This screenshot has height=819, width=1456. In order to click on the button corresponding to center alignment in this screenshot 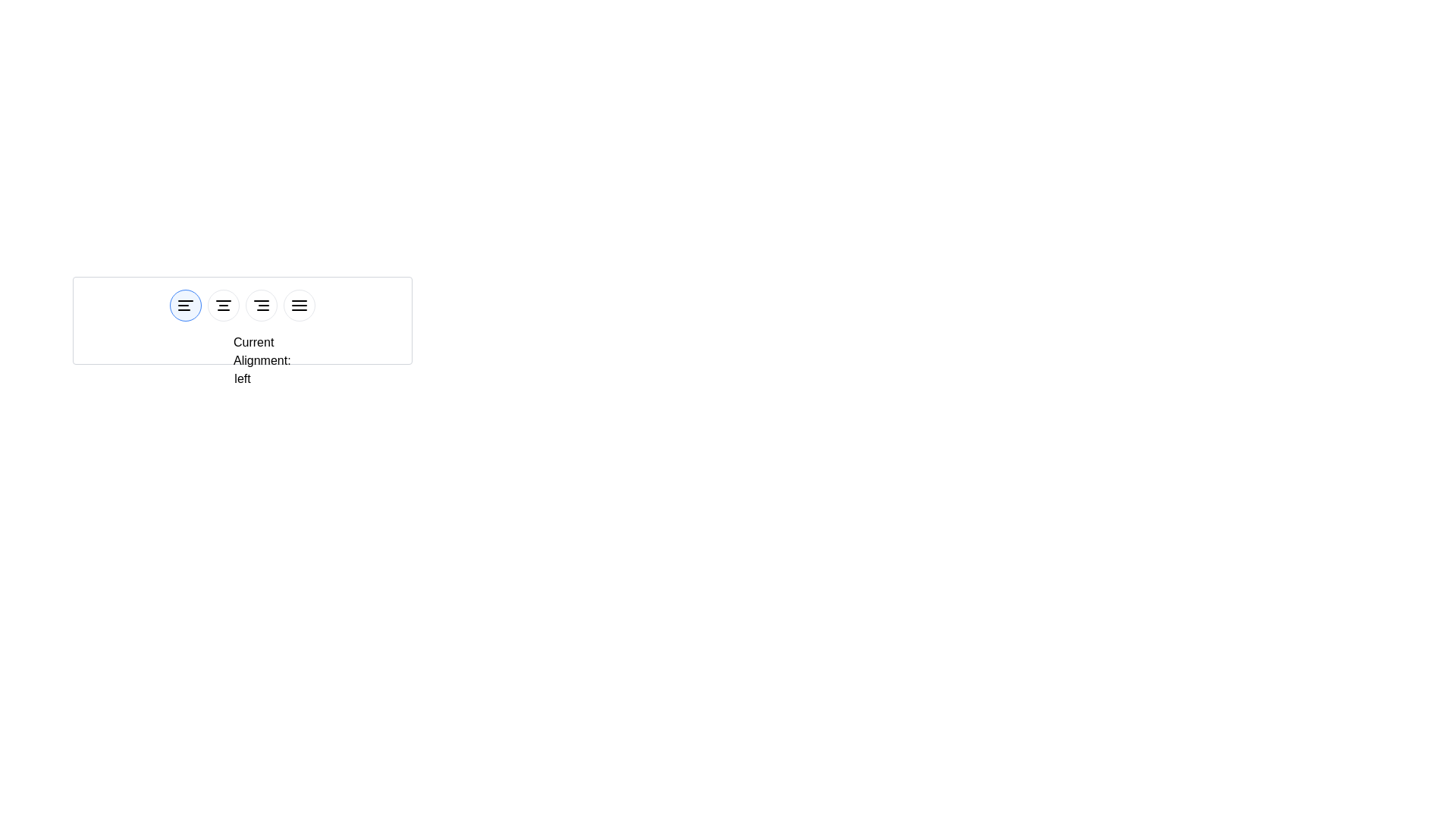, I will do `click(222, 305)`.